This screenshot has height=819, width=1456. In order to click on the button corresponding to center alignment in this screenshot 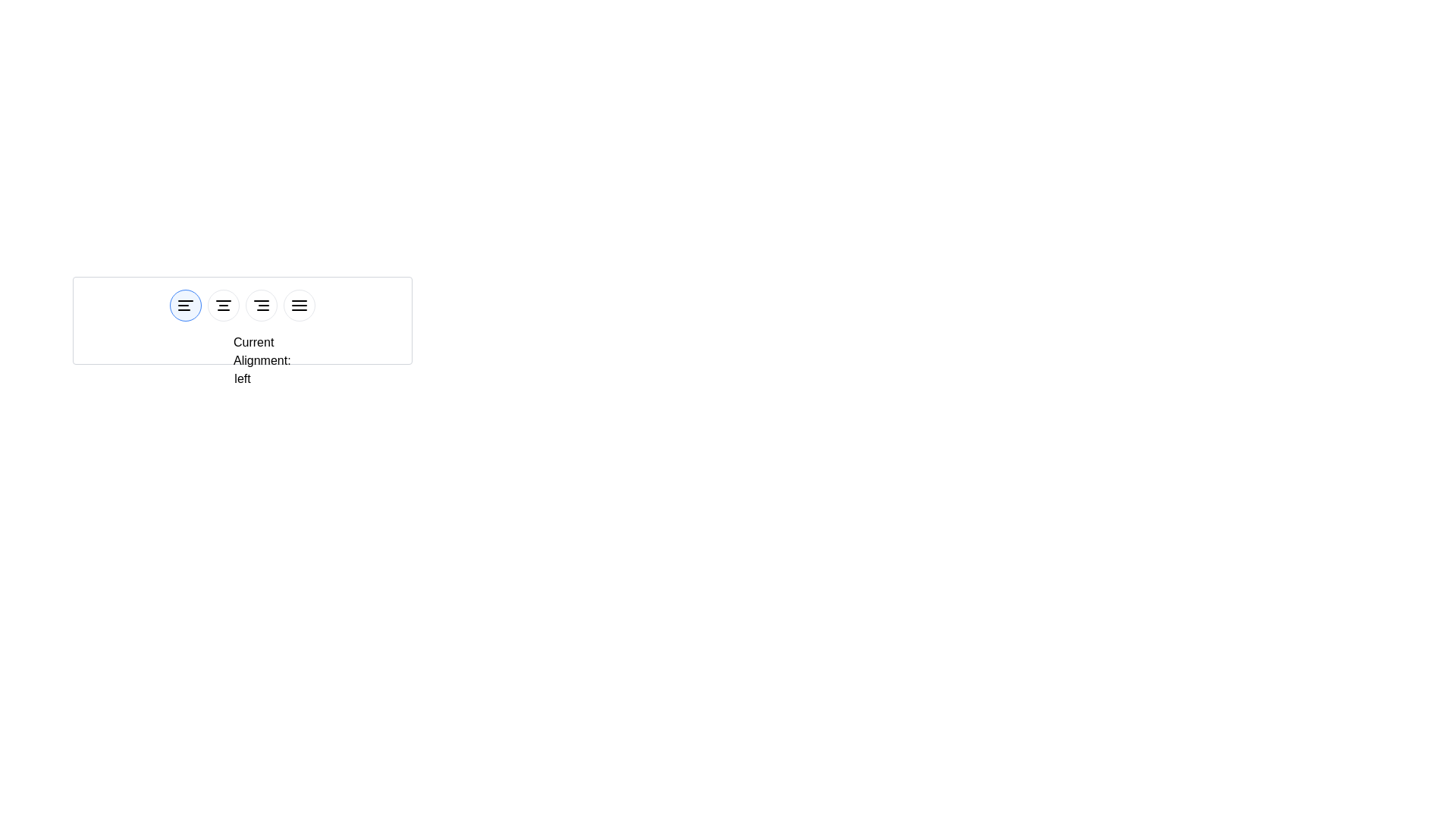, I will do `click(222, 305)`.